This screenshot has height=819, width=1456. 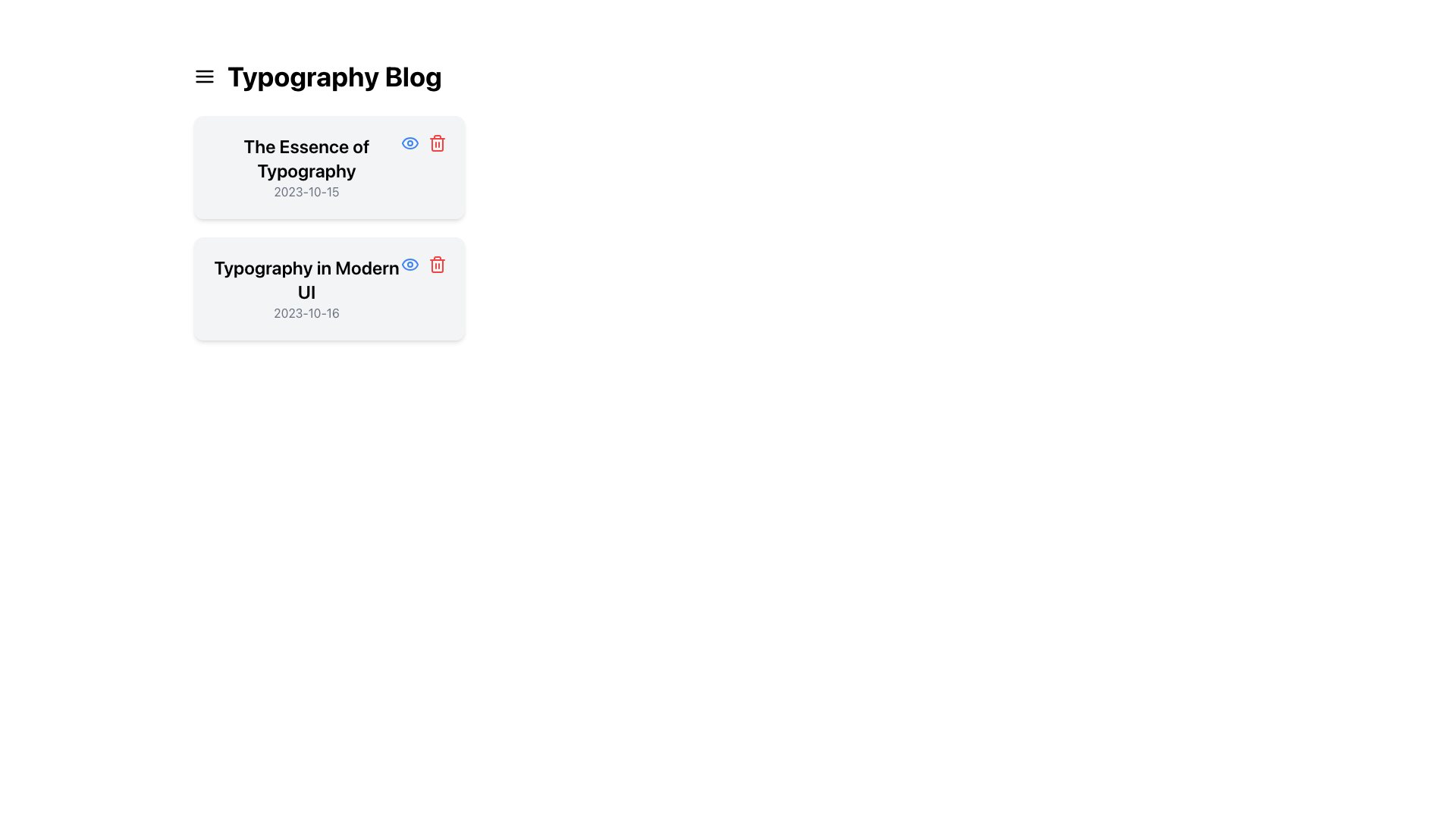 What do you see at coordinates (436, 263) in the screenshot?
I see `the red trash icon button, which signifies a 'delete' action, located at the far right side of the item box for the second post in the list` at bounding box center [436, 263].